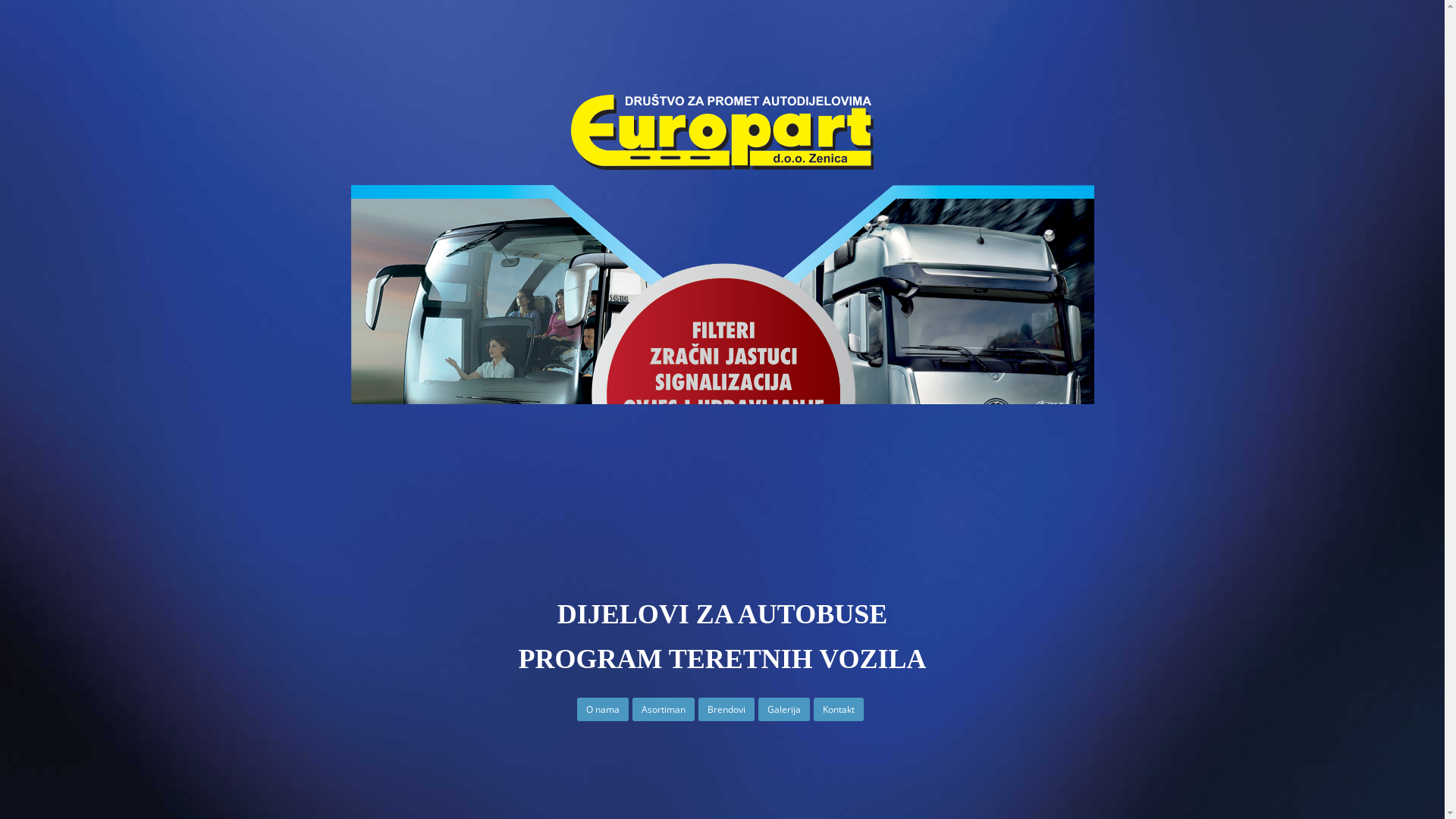 The height and width of the screenshot is (819, 1456). What do you see at coordinates (602, 710) in the screenshot?
I see `'O nama'` at bounding box center [602, 710].